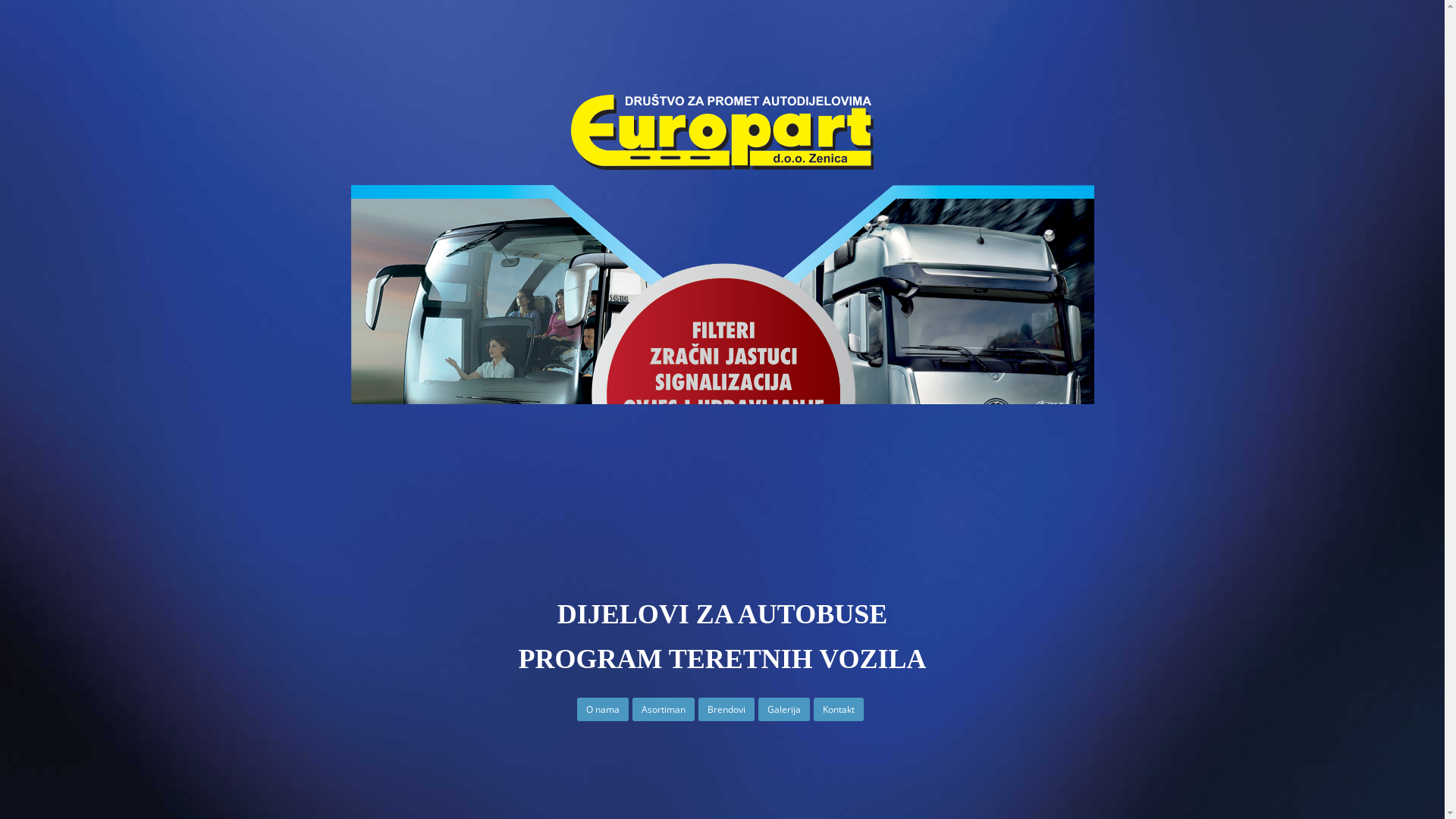 The height and width of the screenshot is (819, 1456). What do you see at coordinates (602, 710) in the screenshot?
I see `'O nama'` at bounding box center [602, 710].